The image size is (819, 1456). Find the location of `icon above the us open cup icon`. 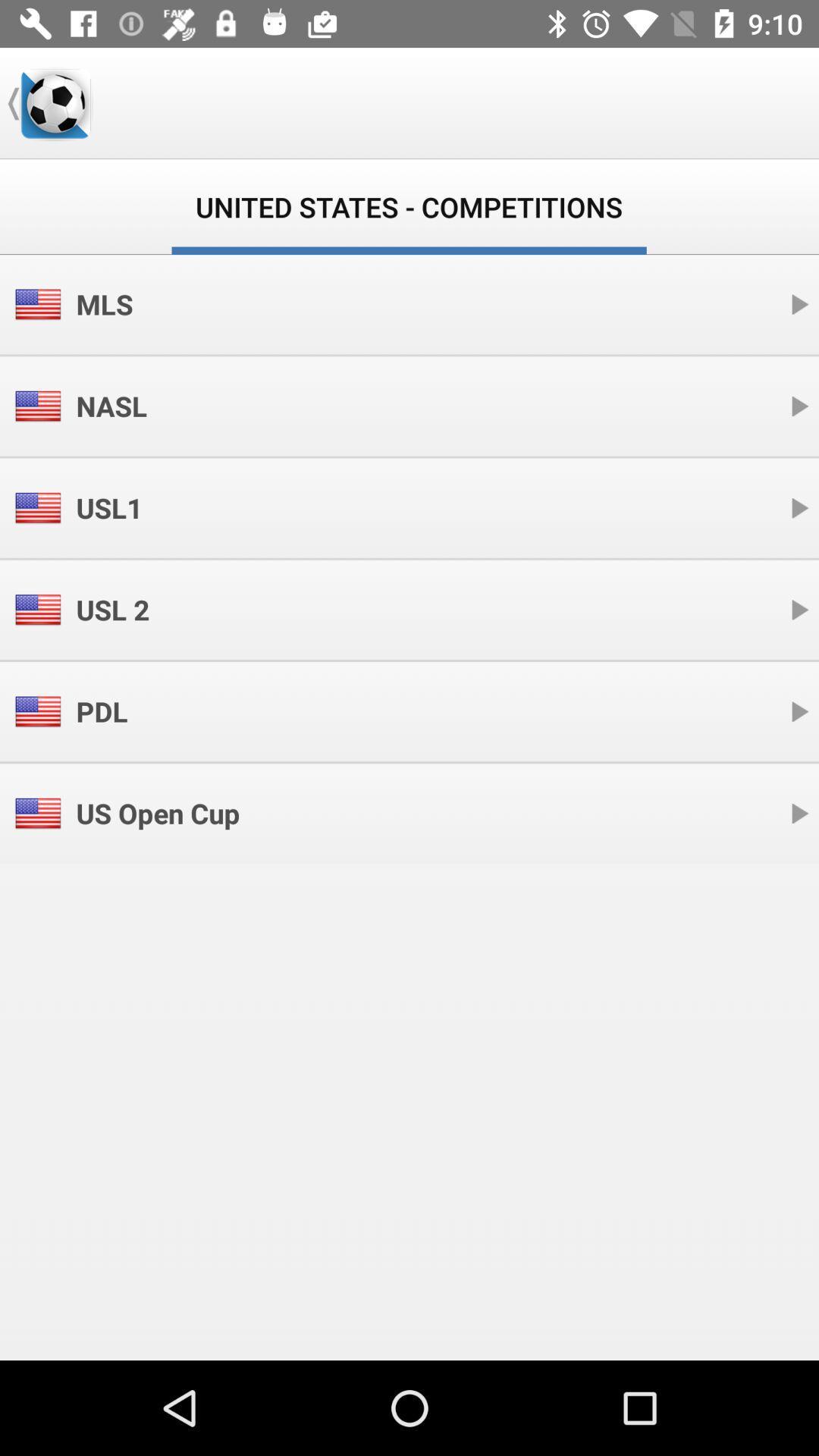

icon above the us open cup icon is located at coordinates (102, 711).